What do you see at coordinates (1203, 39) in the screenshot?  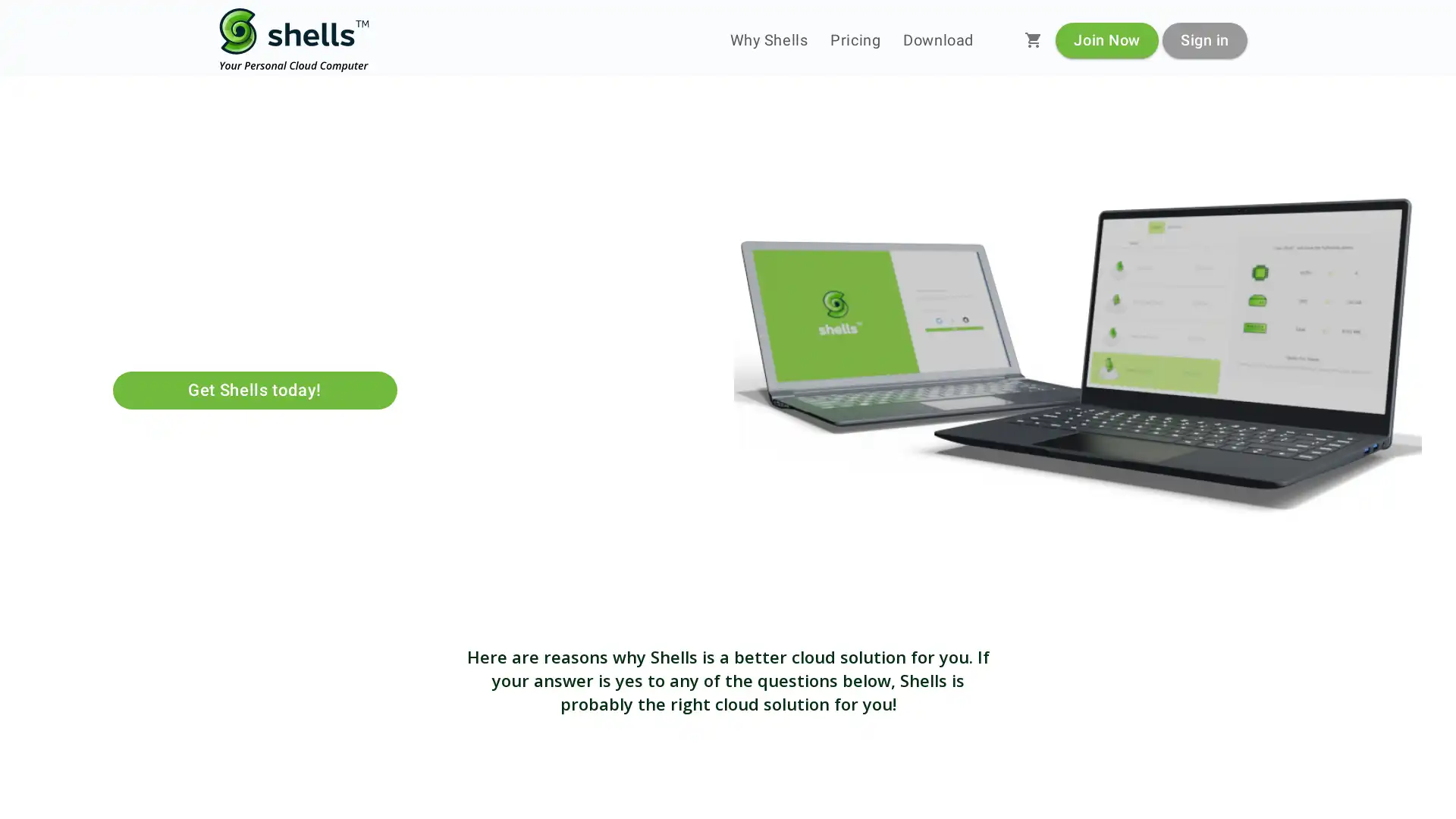 I see `Sign in` at bounding box center [1203, 39].